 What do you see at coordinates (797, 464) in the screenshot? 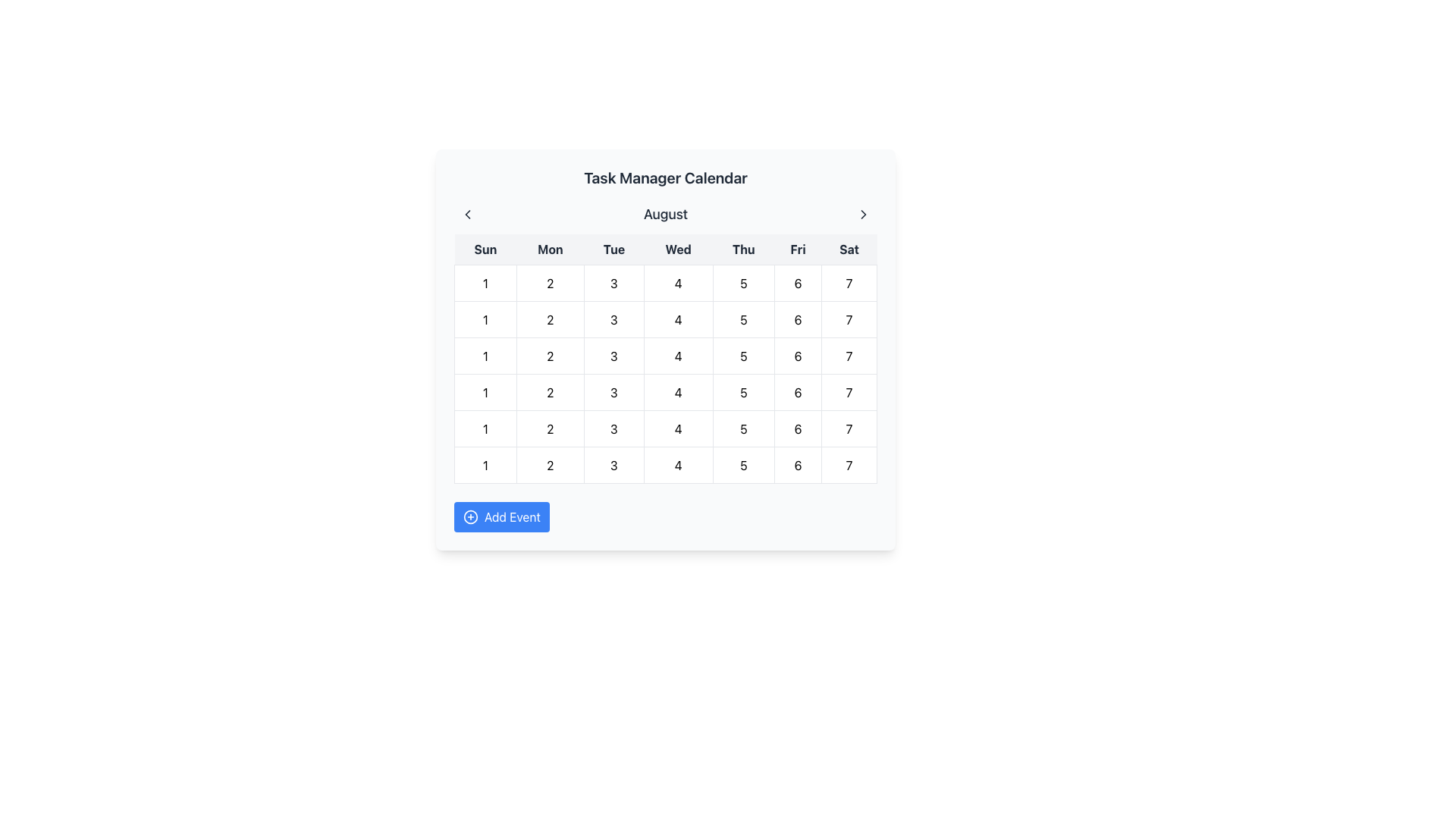
I see `the text label containing the number '6' in the topmost row of the calendar grid, which represents Friday` at bounding box center [797, 464].